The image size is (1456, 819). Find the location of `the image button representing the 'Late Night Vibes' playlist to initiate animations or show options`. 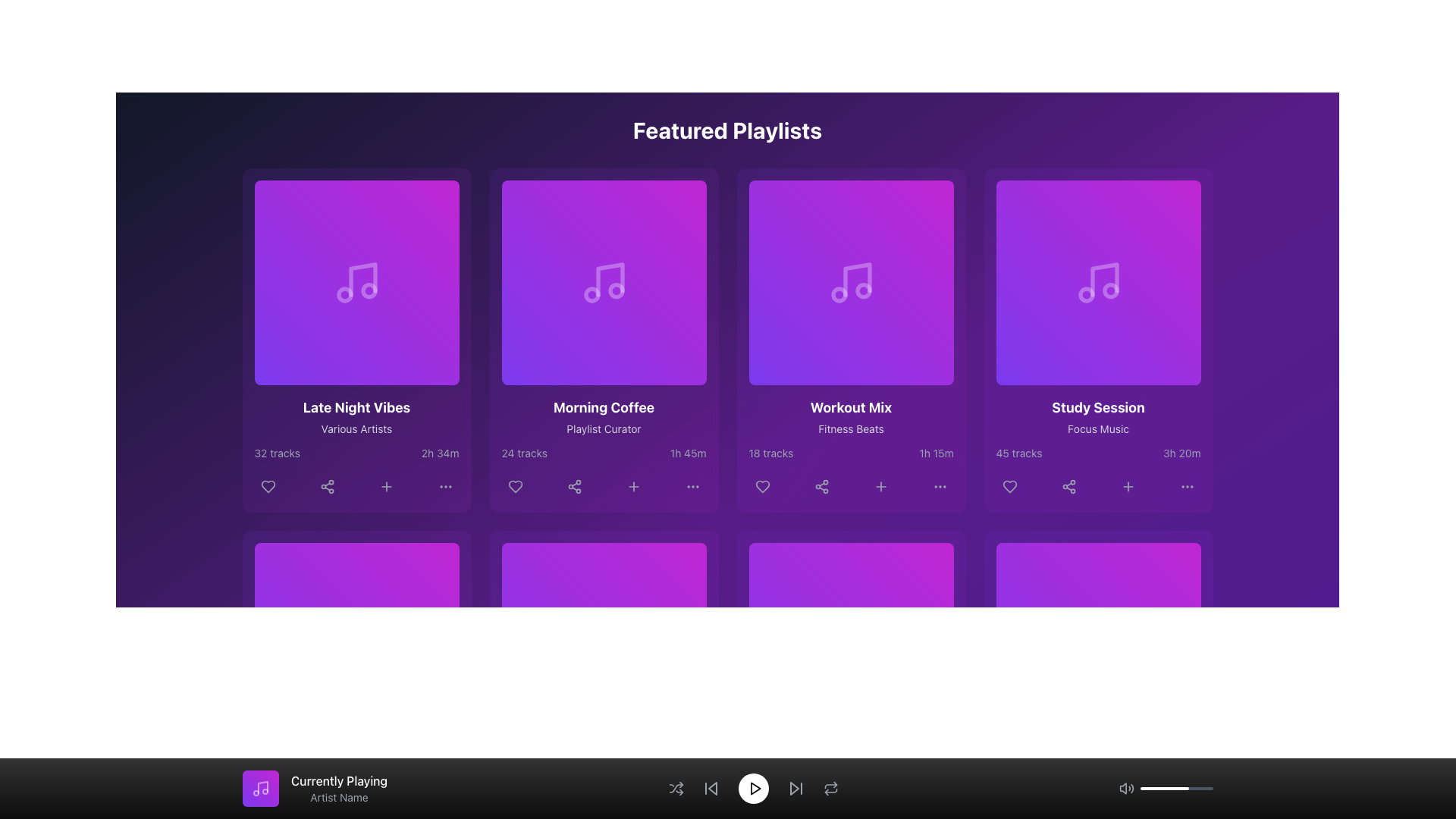

the image button representing the 'Late Night Vibes' playlist to initiate animations or show options is located at coordinates (356, 283).